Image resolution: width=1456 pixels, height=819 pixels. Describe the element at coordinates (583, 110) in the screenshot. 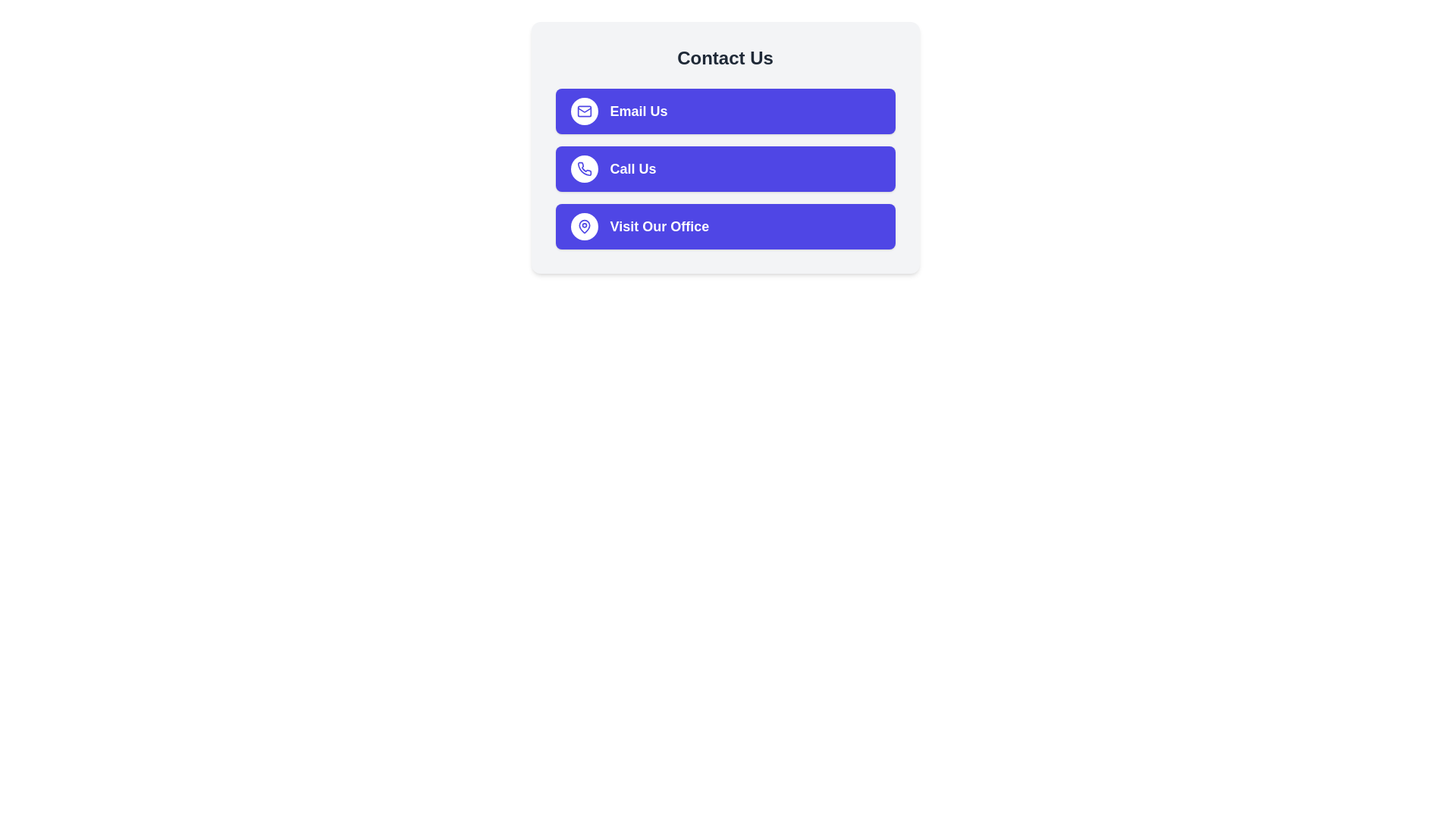

I see `the SVG Rectangle that represents the 'Email Us' mail icon in the contact menu` at that location.